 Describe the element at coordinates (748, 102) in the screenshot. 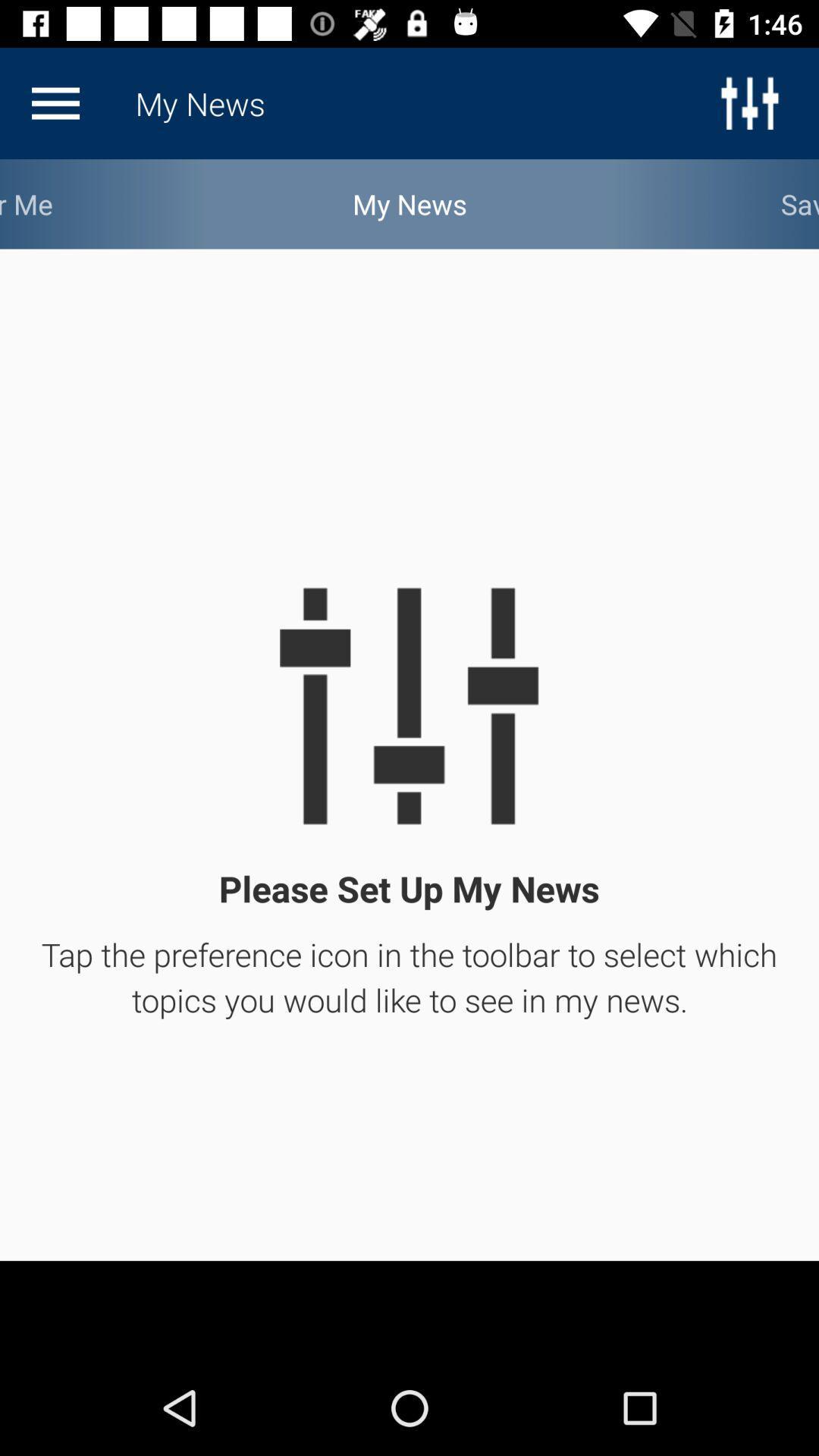

I see `the sliders icon` at that location.